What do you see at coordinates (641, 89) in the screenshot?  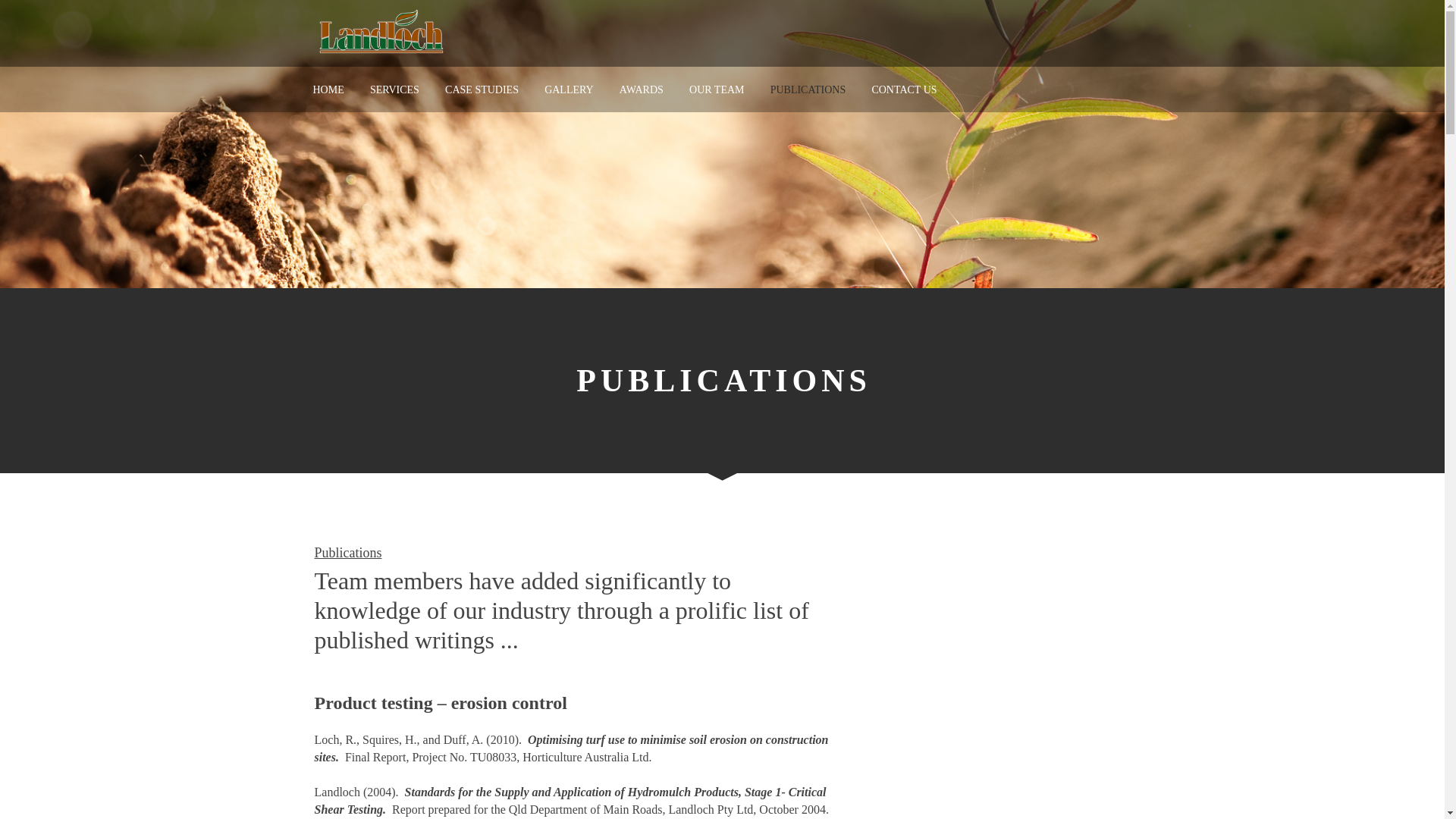 I see `'AWARDS'` at bounding box center [641, 89].